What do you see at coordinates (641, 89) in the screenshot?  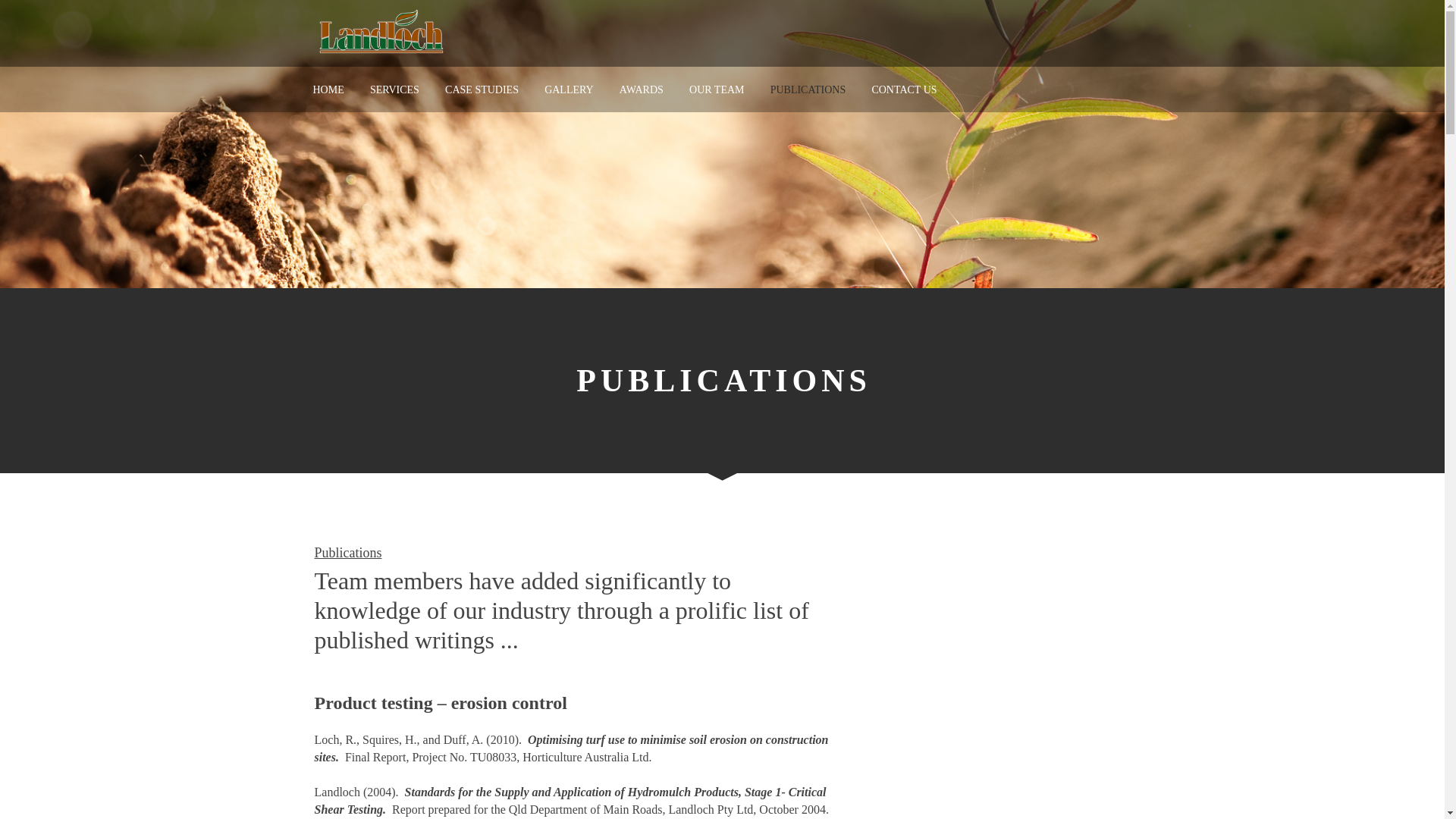 I see `'AWARDS'` at bounding box center [641, 89].